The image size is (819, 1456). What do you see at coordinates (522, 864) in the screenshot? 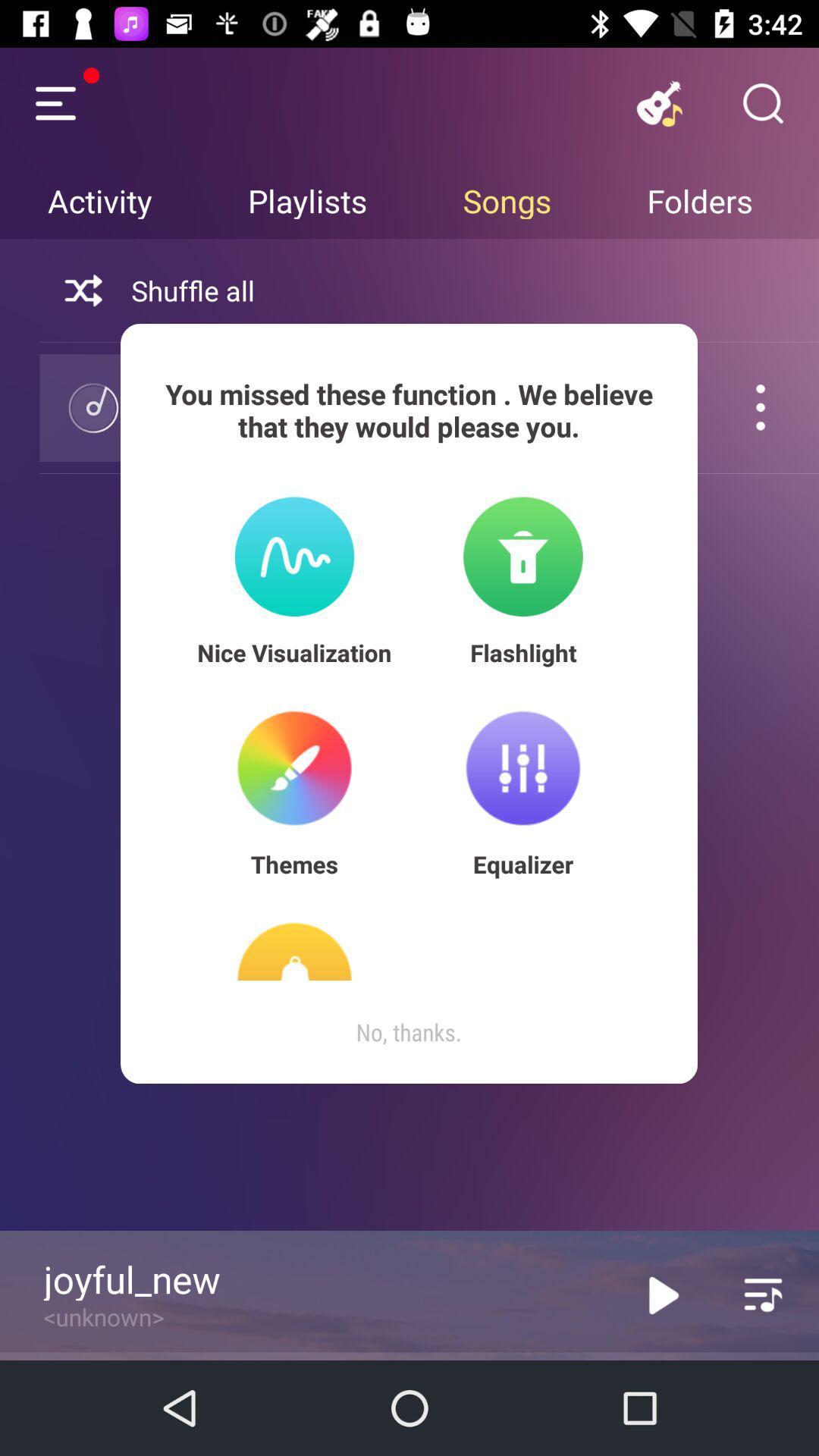
I see `item next to themes item` at bounding box center [522, 864].